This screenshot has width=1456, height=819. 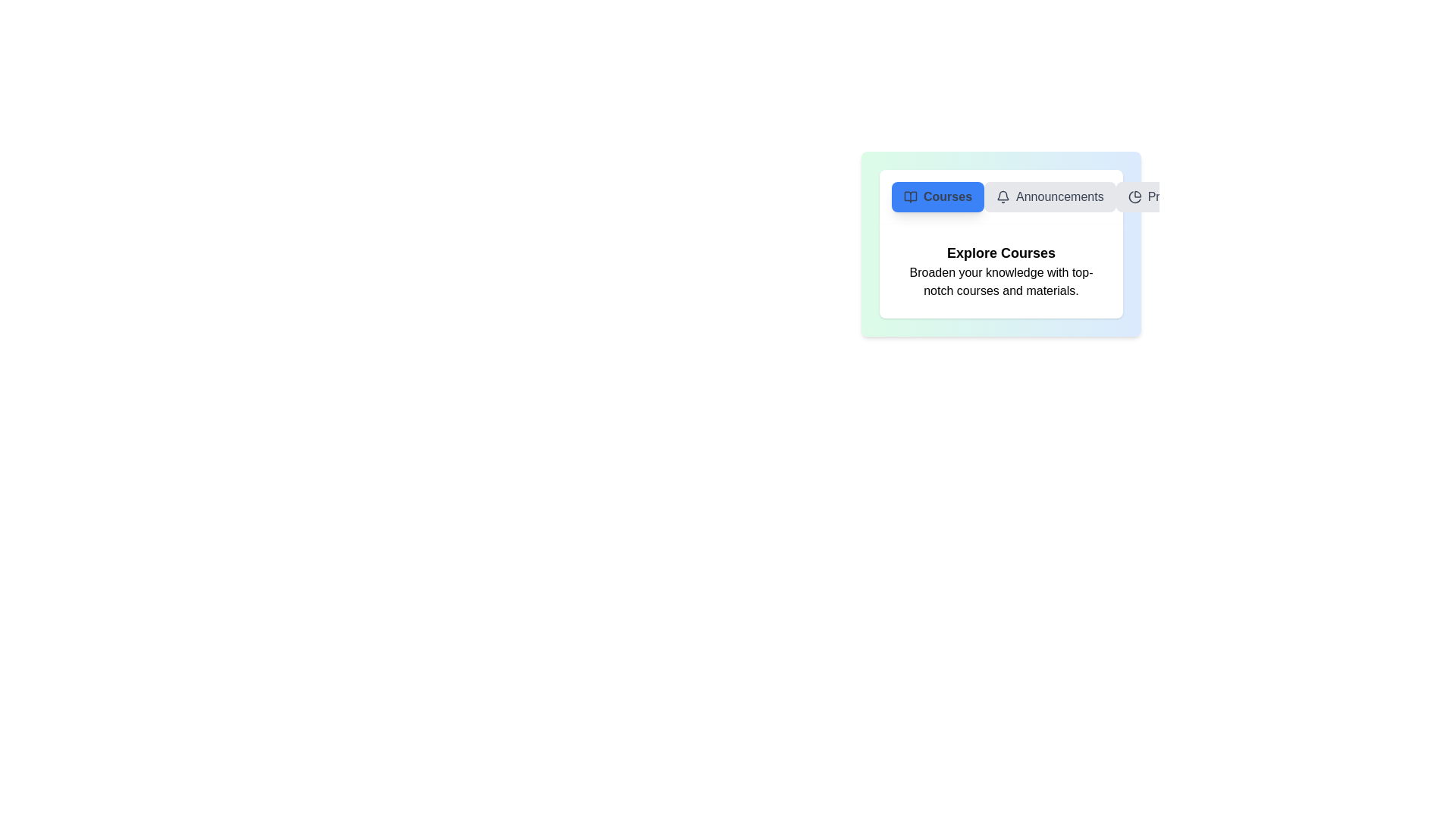 What do you see at coordinates (937, 196) in the screenshot?
I see `the 'Courses' button, which is the first button in the navigation bar, to activate any hover effects` at bounding box center [937, 196].